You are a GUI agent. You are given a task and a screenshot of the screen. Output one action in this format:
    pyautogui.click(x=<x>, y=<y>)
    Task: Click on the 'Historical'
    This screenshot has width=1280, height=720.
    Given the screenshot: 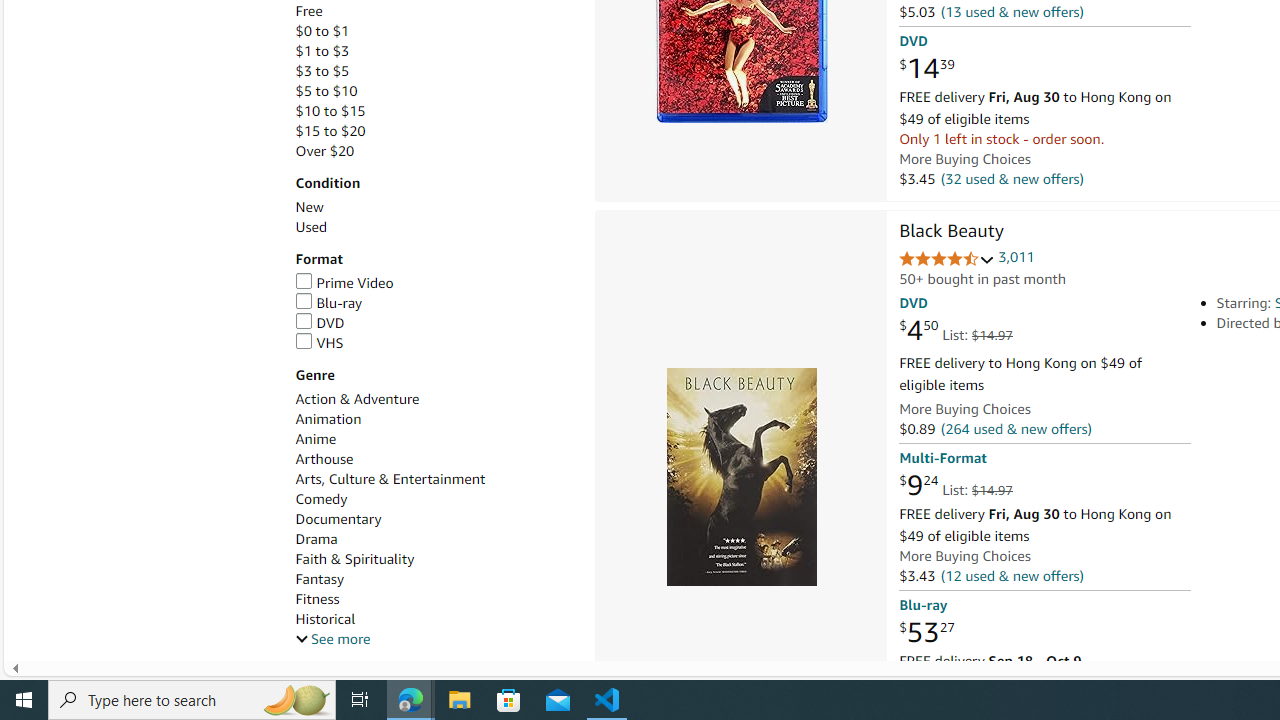 What is the action you would take?
    pyautogui.click(x=325, y=618)
    